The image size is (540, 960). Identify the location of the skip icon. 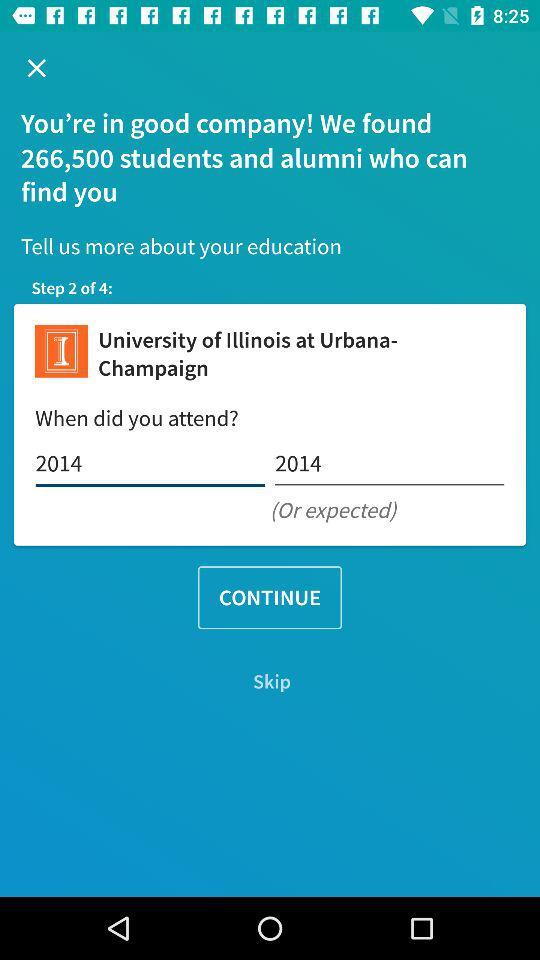
(270, 681).